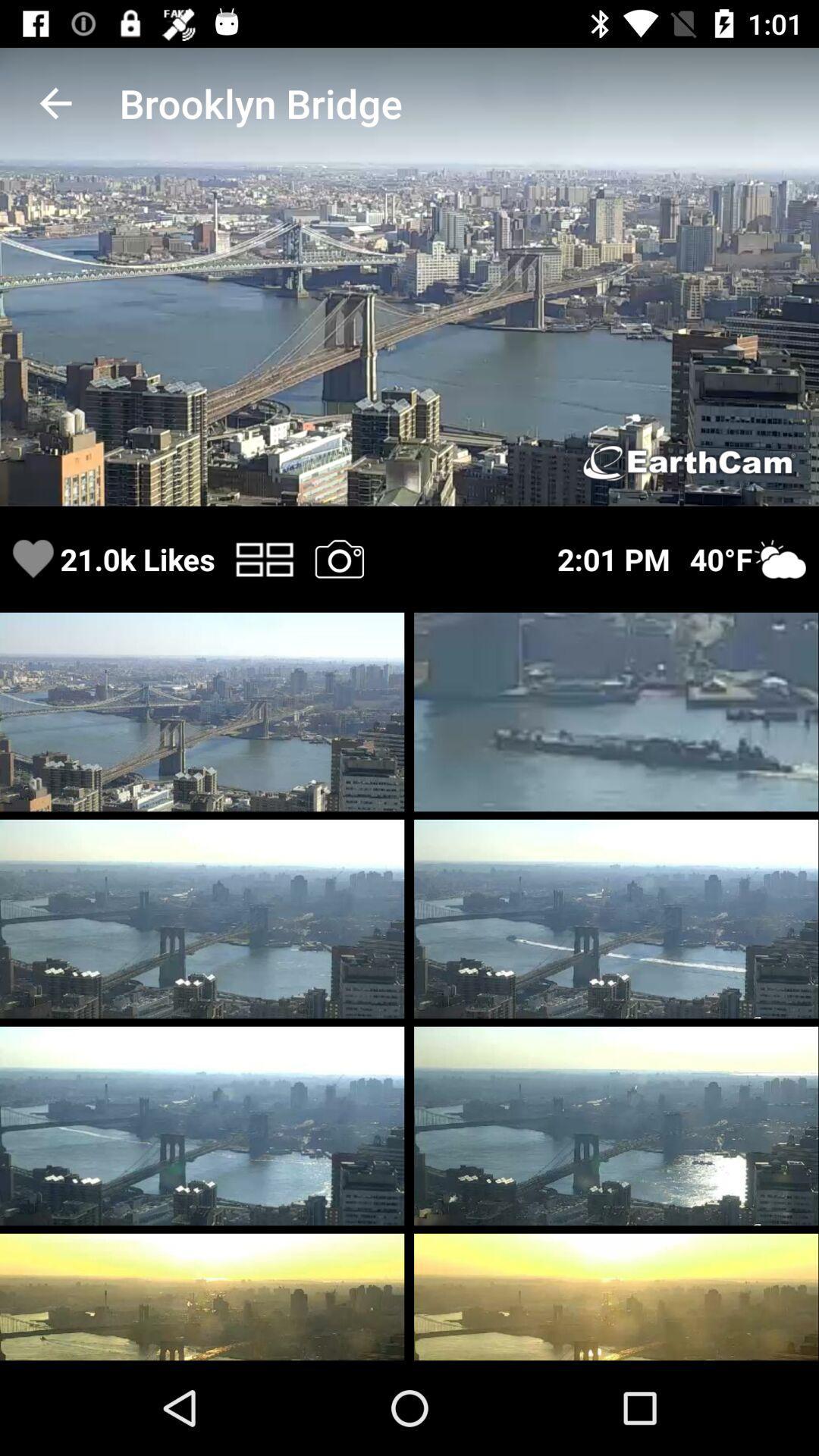  What do you see at coordinates (338, 558) in the screenshot?
I see `camera option` at bounding box center [338, 558].